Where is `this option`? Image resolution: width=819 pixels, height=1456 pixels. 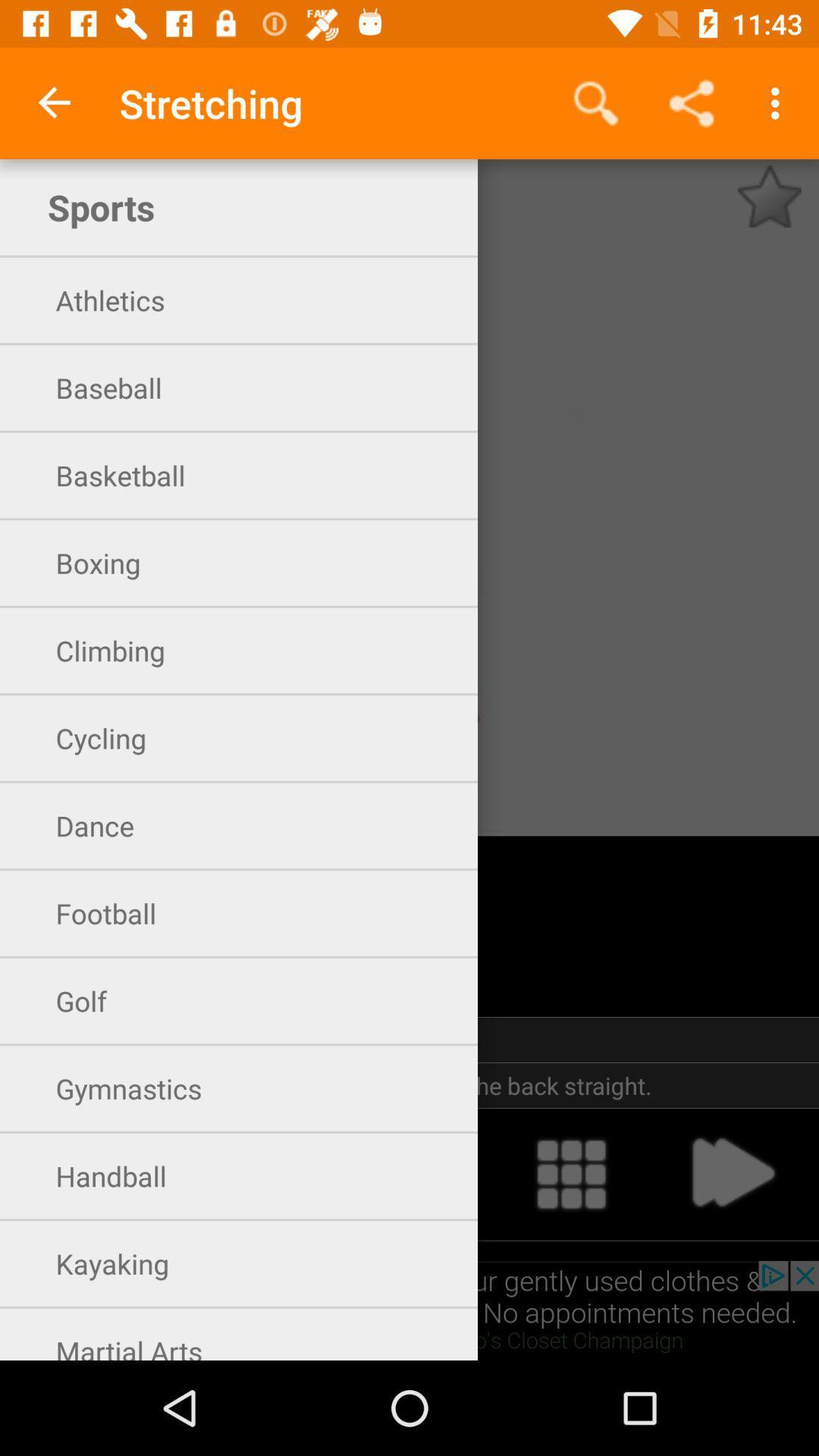 this option is located at coordinates (86, 1173).